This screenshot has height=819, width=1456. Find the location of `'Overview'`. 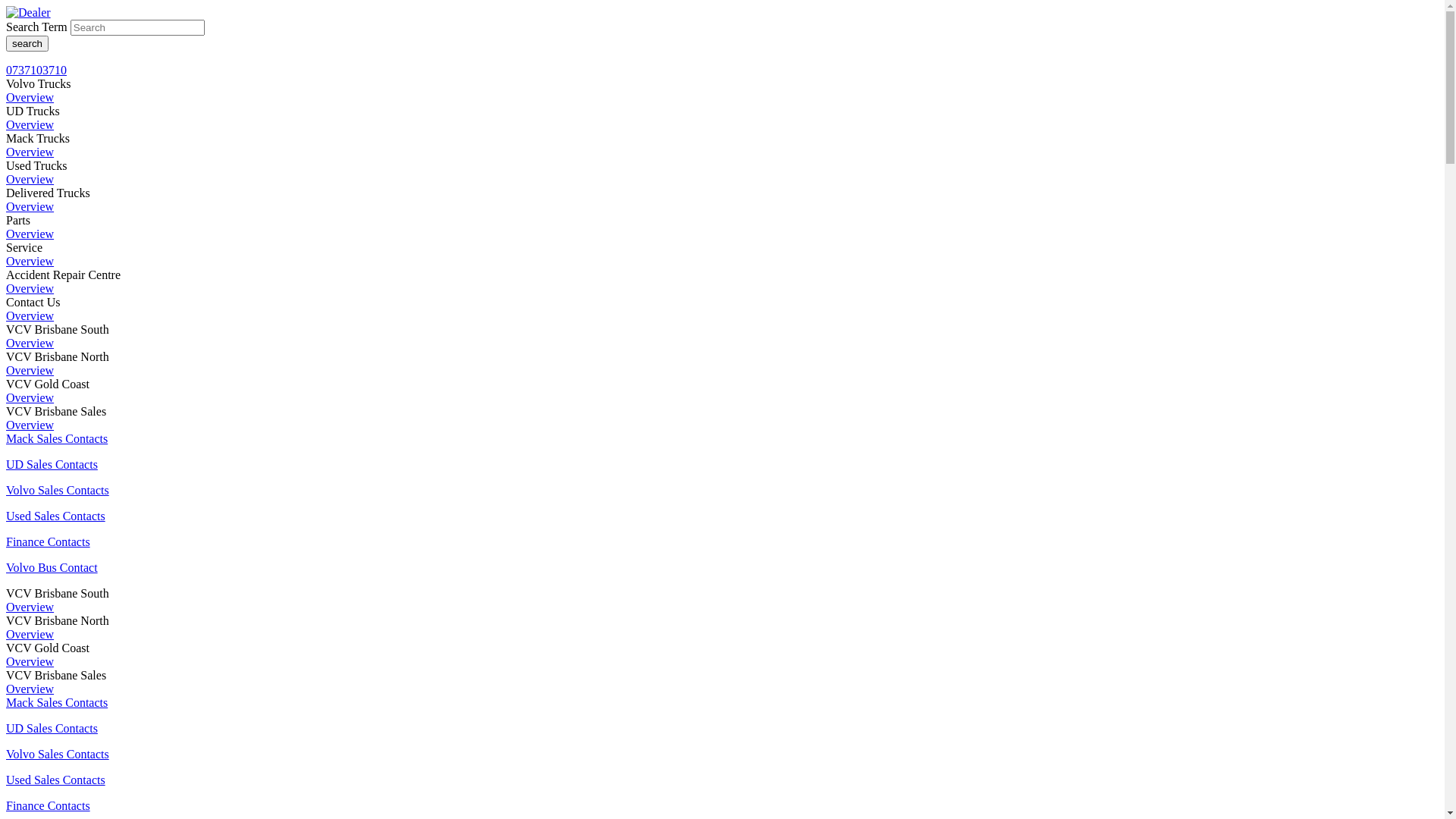

'Overview' is located at coordinates (30, 97).